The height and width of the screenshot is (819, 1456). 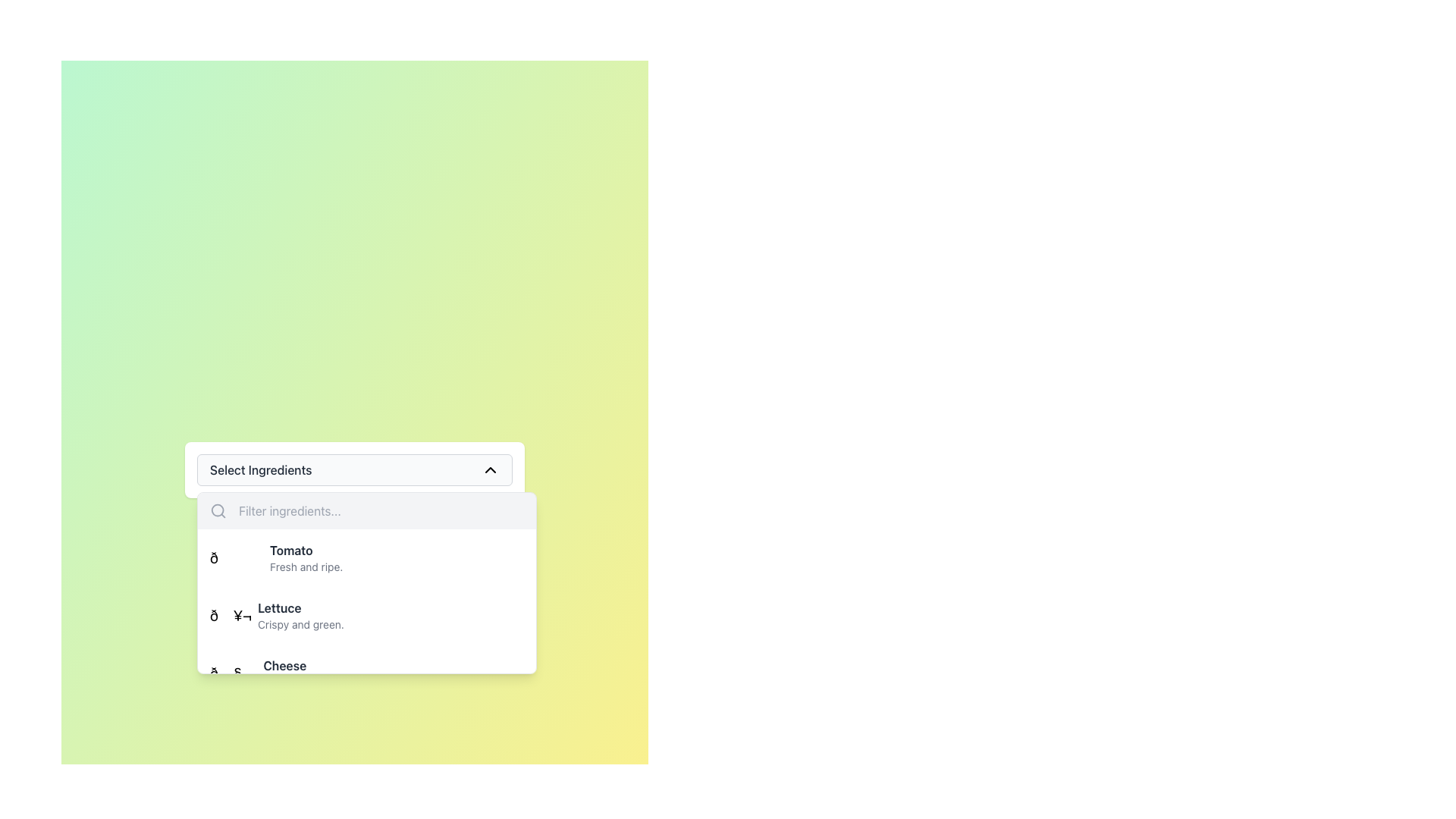 I want to click on the Icon or Chevron Indicator located at the far right of the 'Select Ingredients' horizontal bar, so click(x=491, y=469).